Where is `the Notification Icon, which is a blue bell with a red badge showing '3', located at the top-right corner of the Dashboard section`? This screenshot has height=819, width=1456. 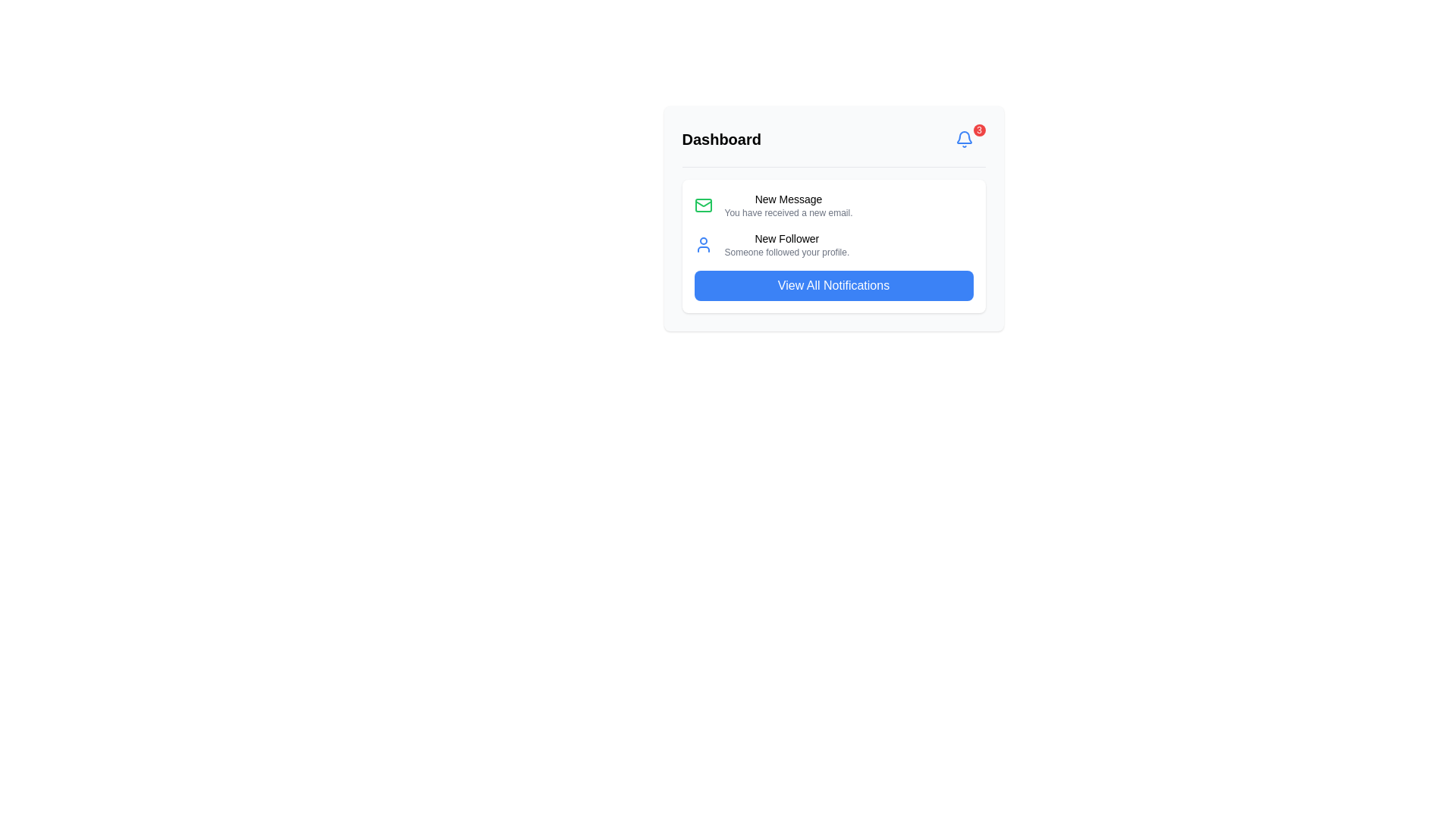 the Notification Icon, which is a blue bell with a red badge showing '3', located at the top-right corner of the Dashboard section is located at coordinates (963, 140).